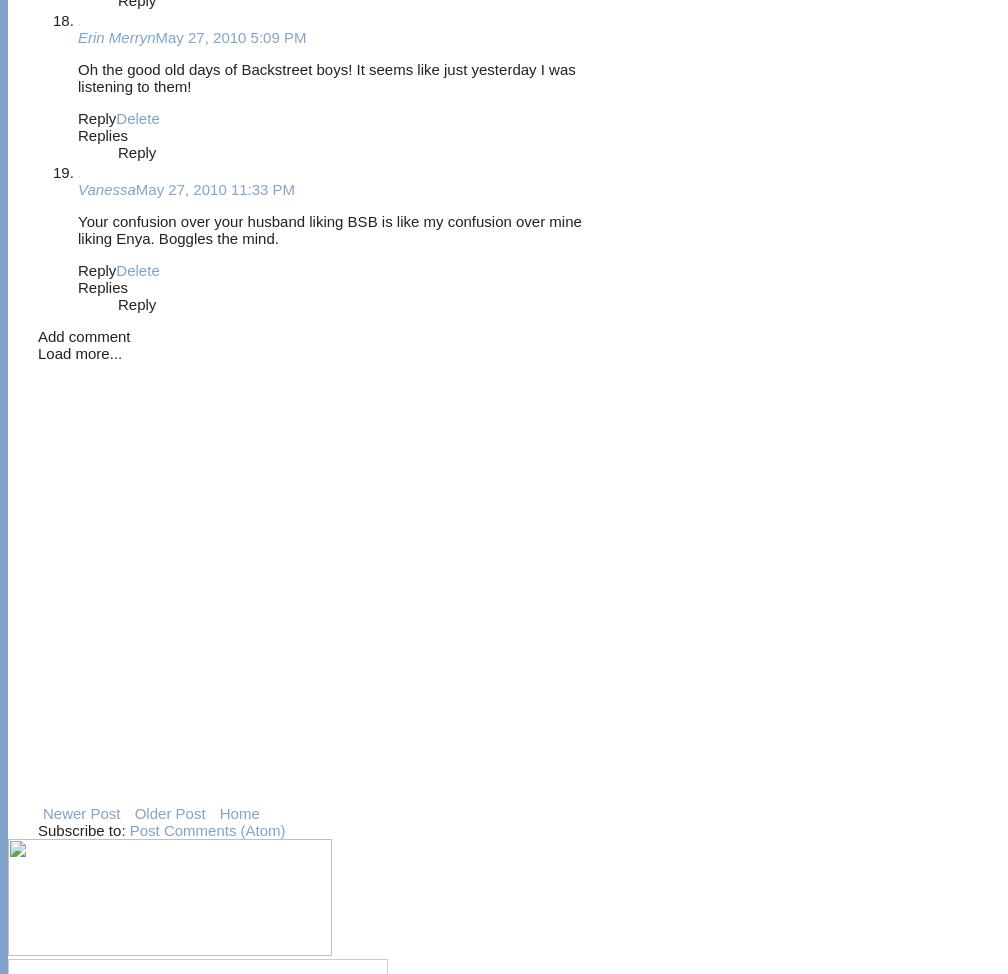 The image size is (1008, 974). What do you see at coordinates (43, 812) in the screenshot?
I see `'Newer Post'` at bounding box center [43, 812].